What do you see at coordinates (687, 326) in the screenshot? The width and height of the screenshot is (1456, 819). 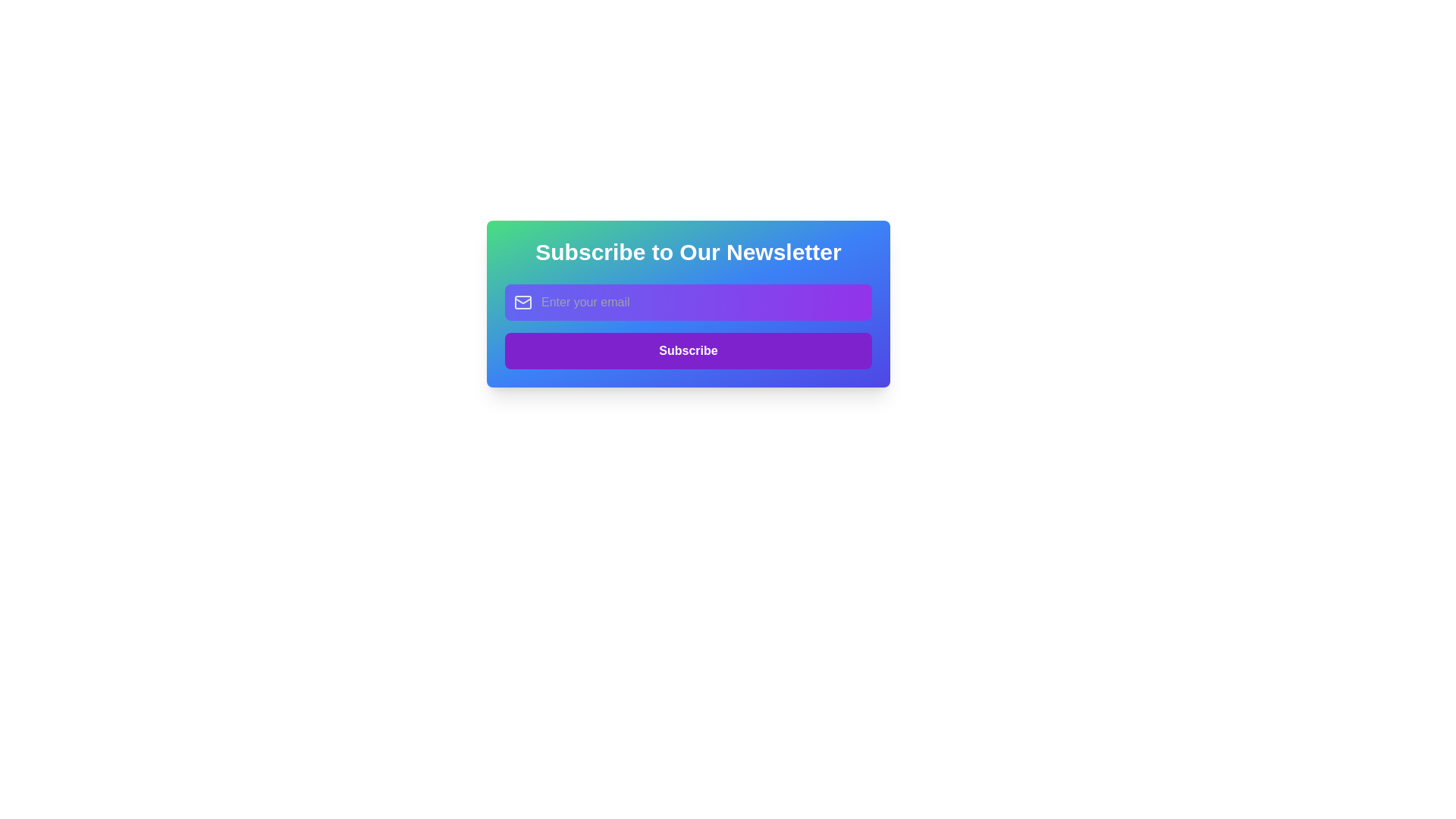 I see `the purple 'Subscribe' button with white text` at bounding box center [687, 326].